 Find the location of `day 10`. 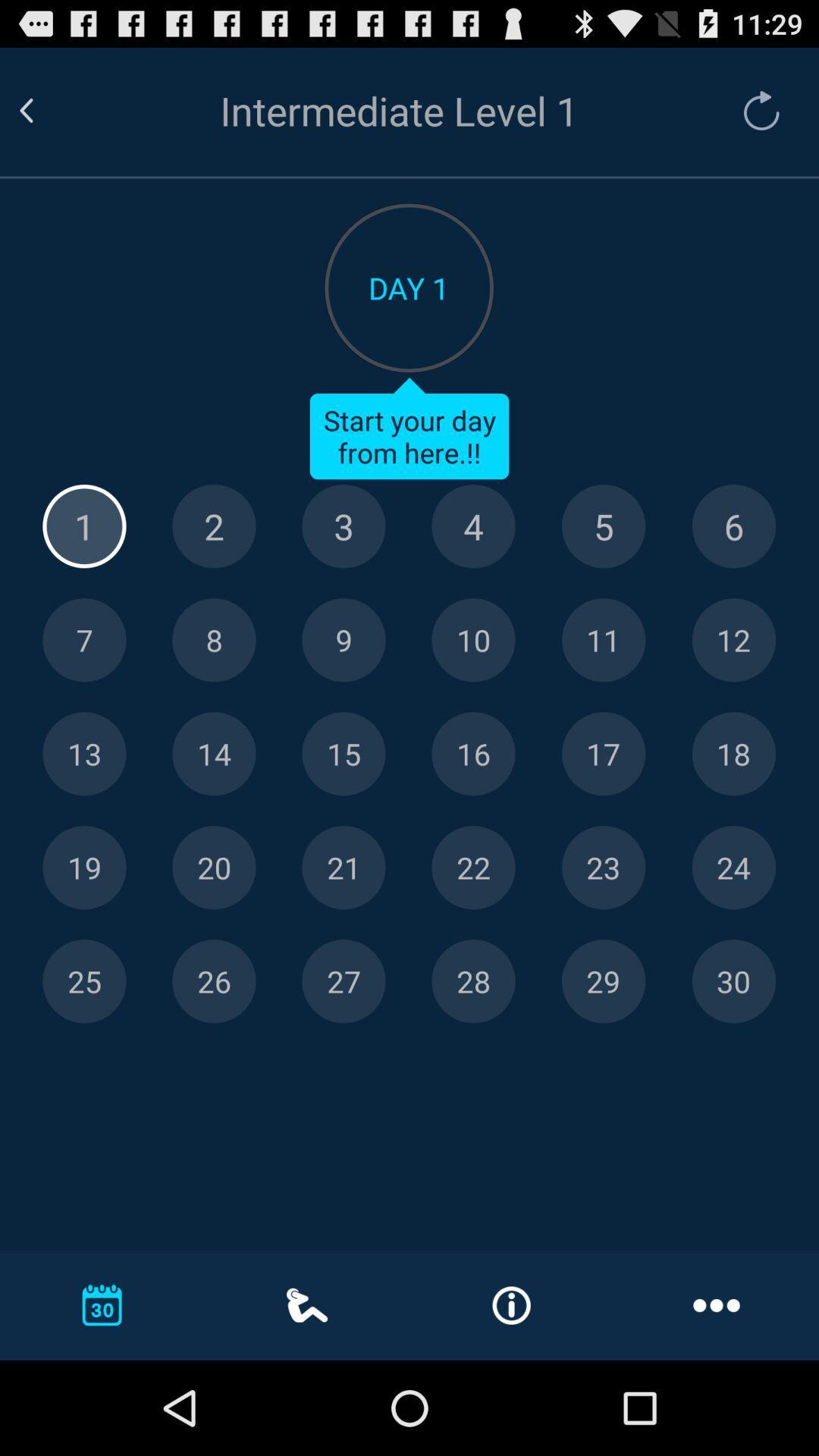

day 10 is located at coordinates (472, 640).